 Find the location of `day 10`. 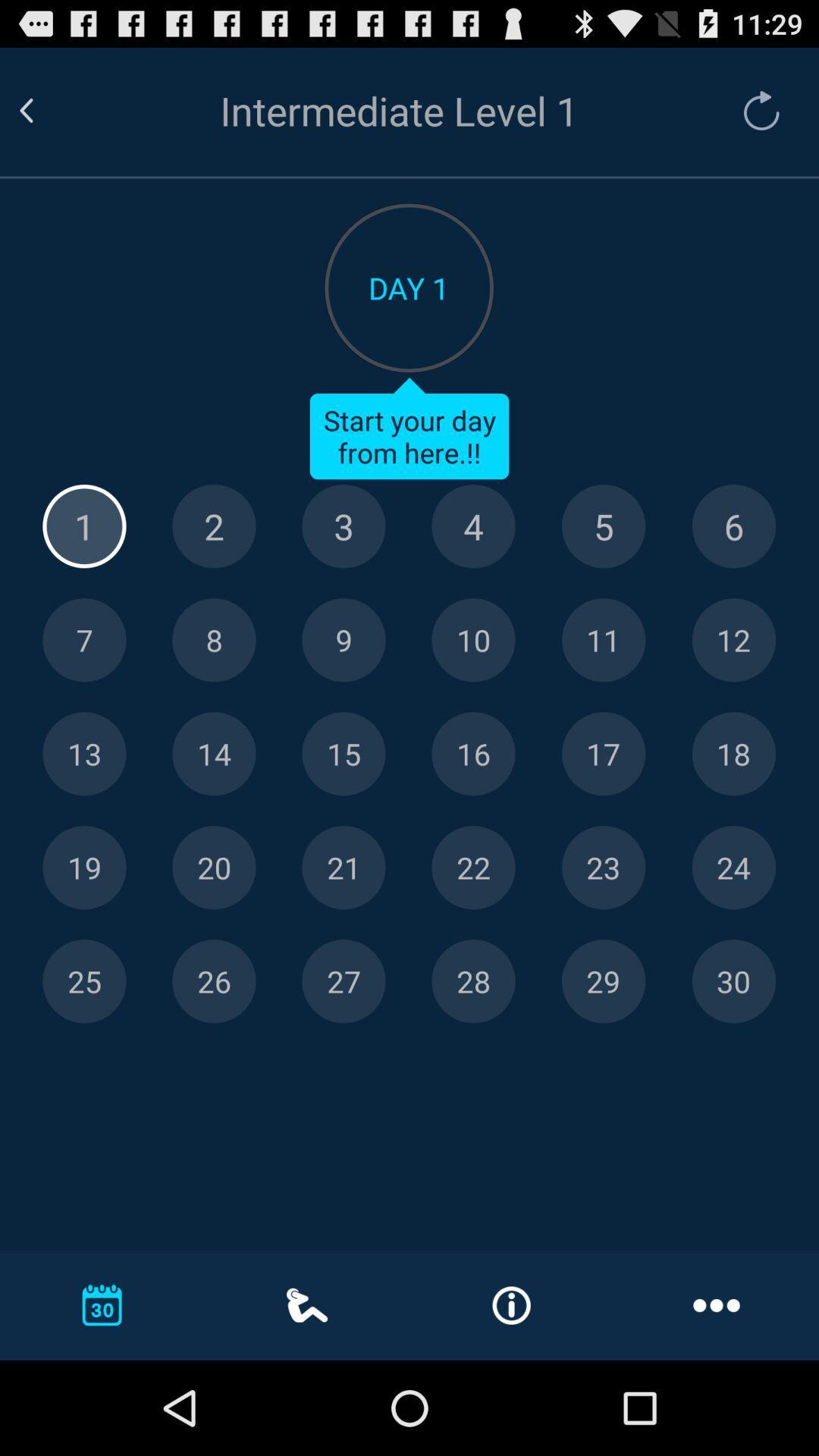

day 10 is located at coordinates (472, 640).